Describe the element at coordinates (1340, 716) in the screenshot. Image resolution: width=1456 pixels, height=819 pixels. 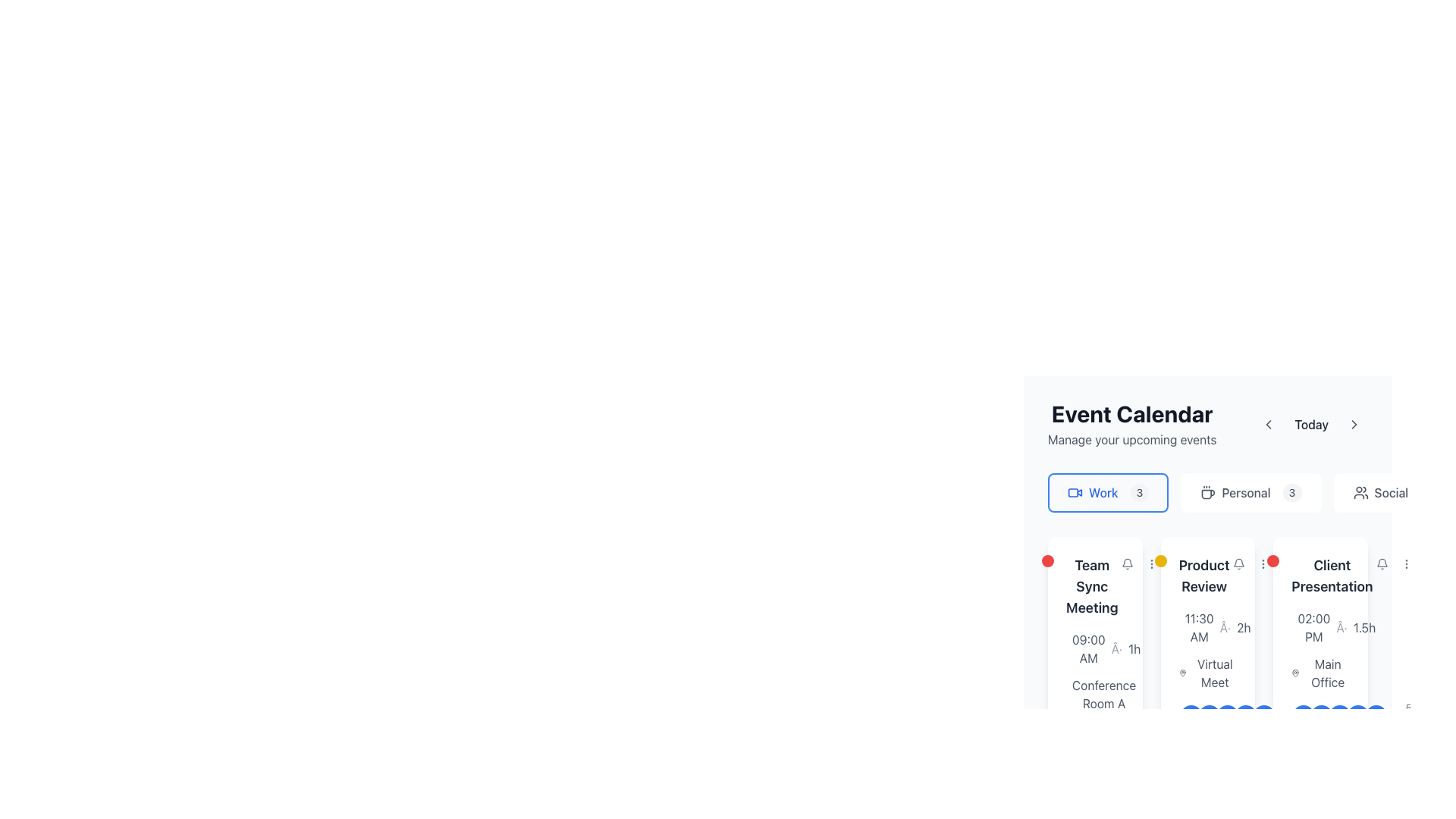
I see `the third circular button from the left within the group located at the bottom of the 'Client Presentation' card in the 'Event Calendar' section` at that location.